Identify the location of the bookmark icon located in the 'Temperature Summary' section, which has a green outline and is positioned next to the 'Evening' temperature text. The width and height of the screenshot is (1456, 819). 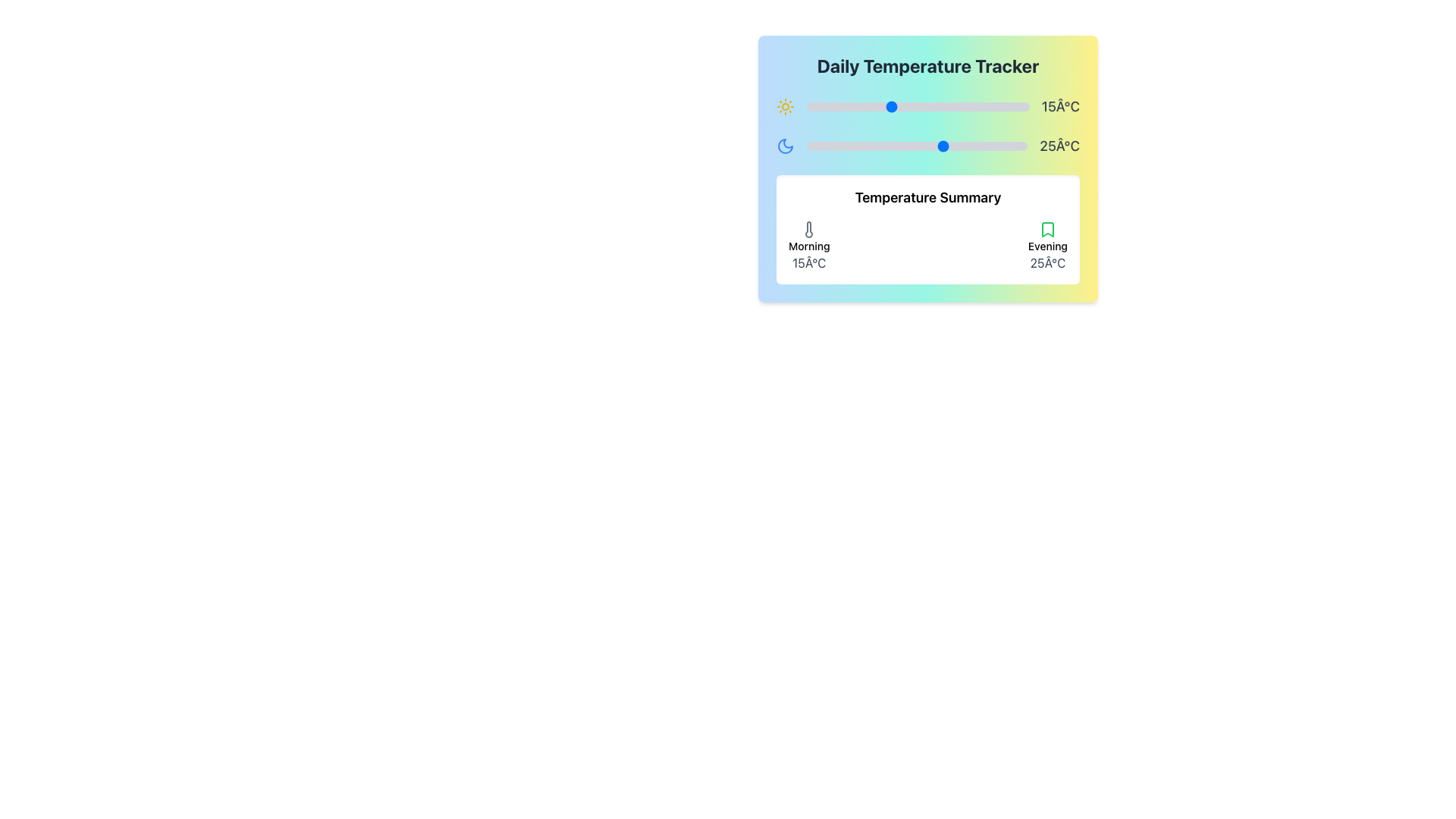
(1047, 230).